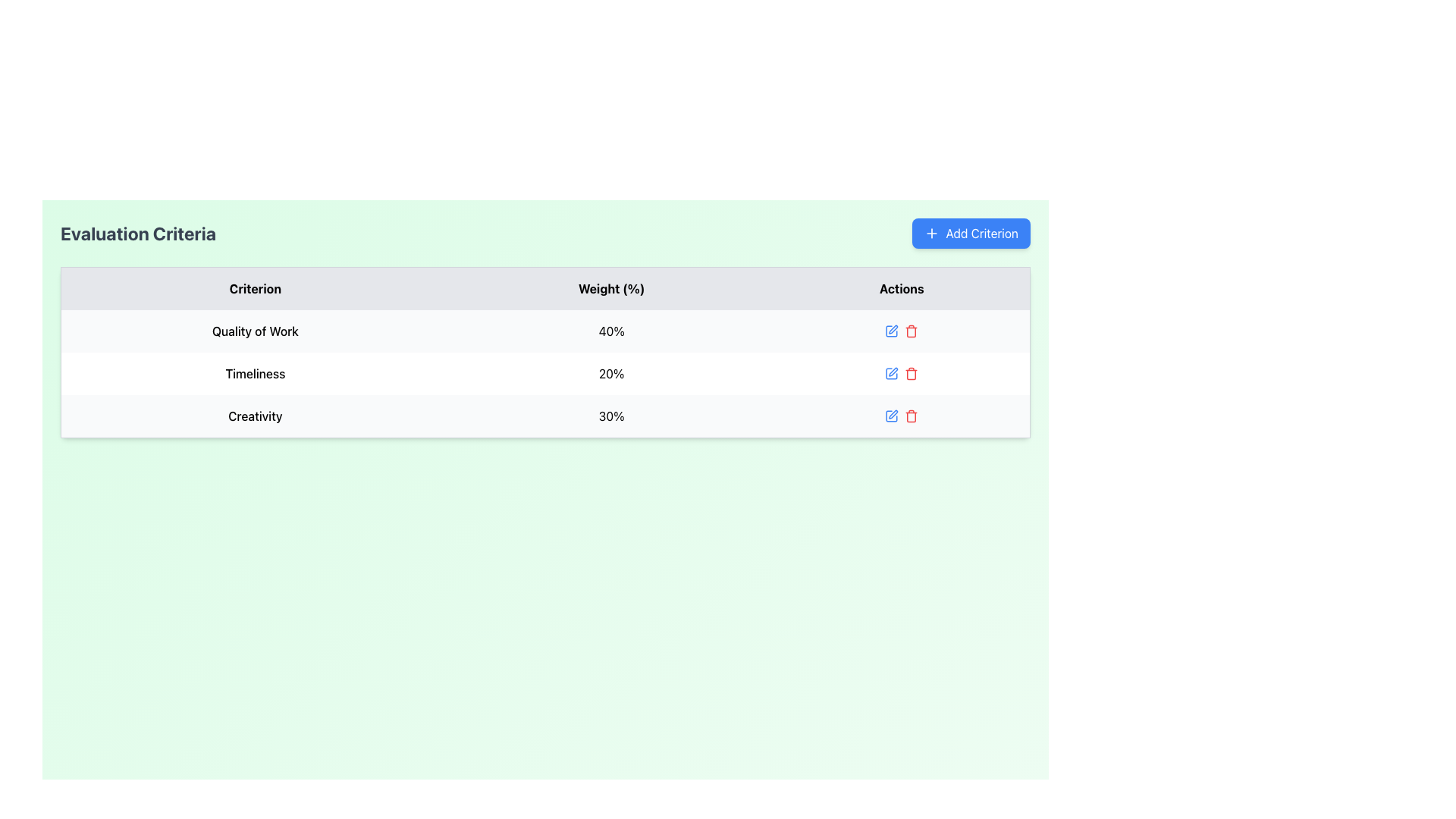  Describe the element at coordinates (138, 234) in the screenshot. I see `the bold, large-sized static text label reading 'Evaluation Criteria' styled in dark gray, positioned at the top-left of the interface` at that location.